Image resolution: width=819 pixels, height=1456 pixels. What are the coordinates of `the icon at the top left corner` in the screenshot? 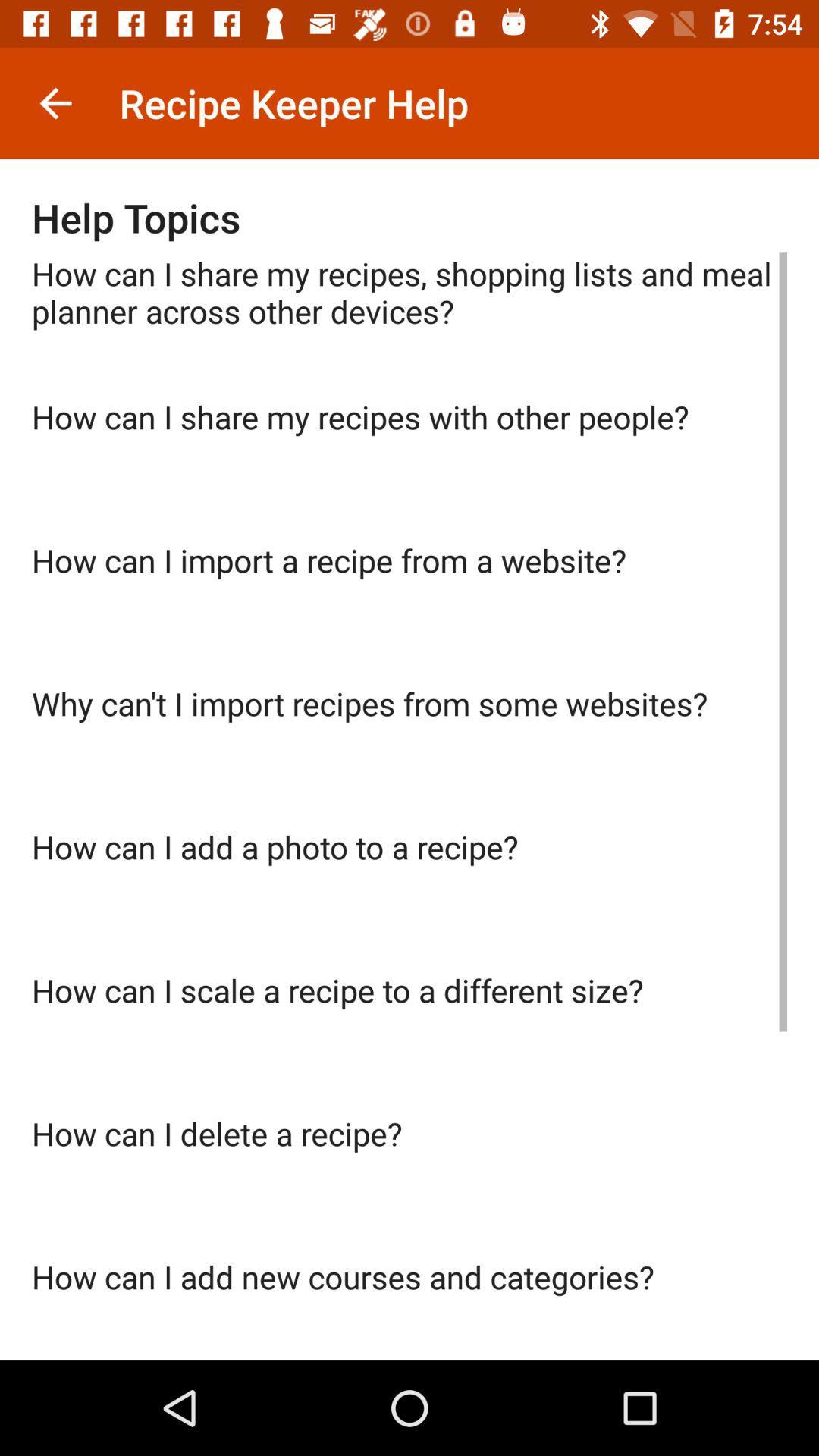 It's located at (55, 102).